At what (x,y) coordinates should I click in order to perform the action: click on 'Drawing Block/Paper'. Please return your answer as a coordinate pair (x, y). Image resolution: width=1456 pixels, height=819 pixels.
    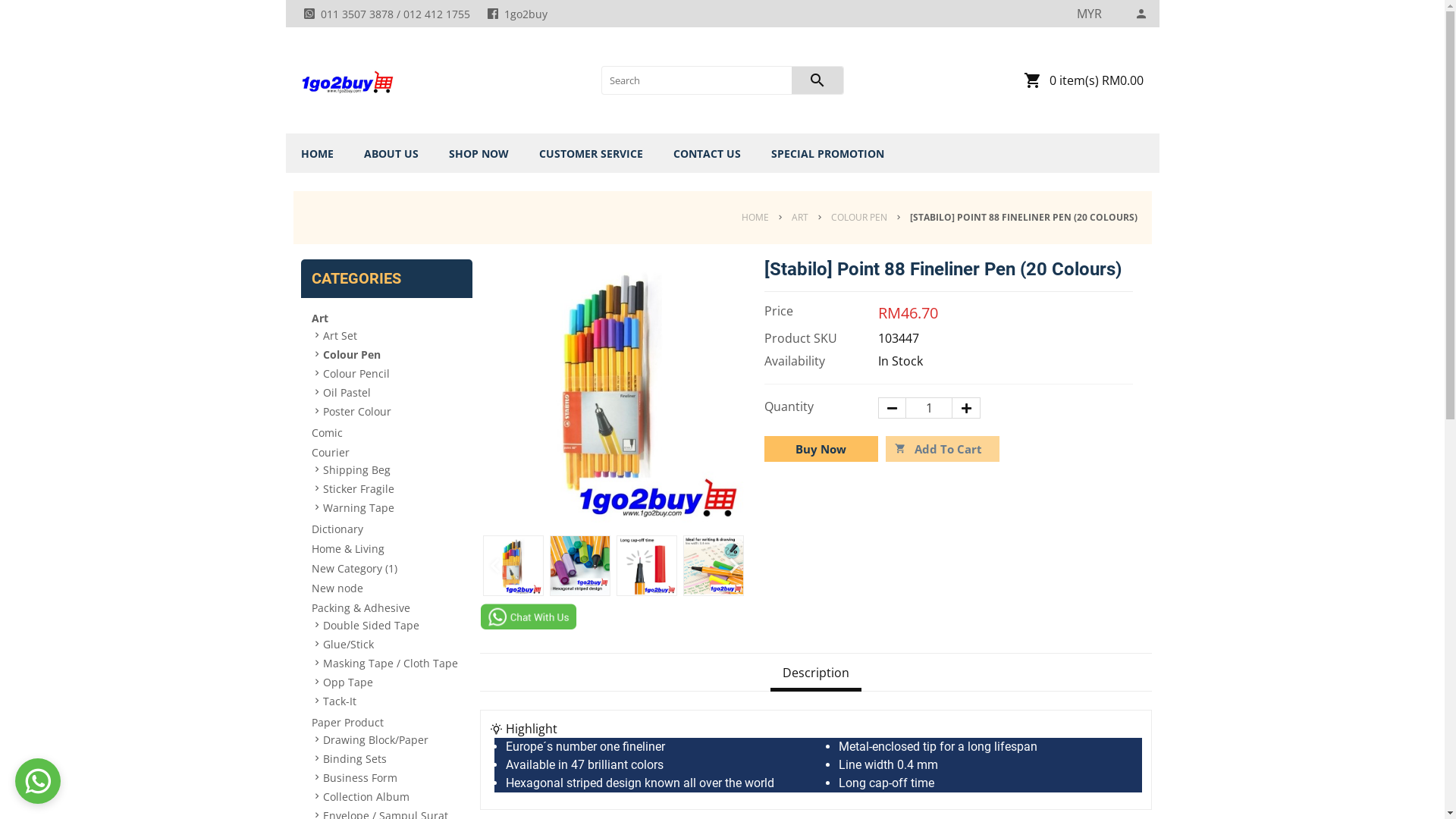
    Looking at the image, I should click on (392, 738).